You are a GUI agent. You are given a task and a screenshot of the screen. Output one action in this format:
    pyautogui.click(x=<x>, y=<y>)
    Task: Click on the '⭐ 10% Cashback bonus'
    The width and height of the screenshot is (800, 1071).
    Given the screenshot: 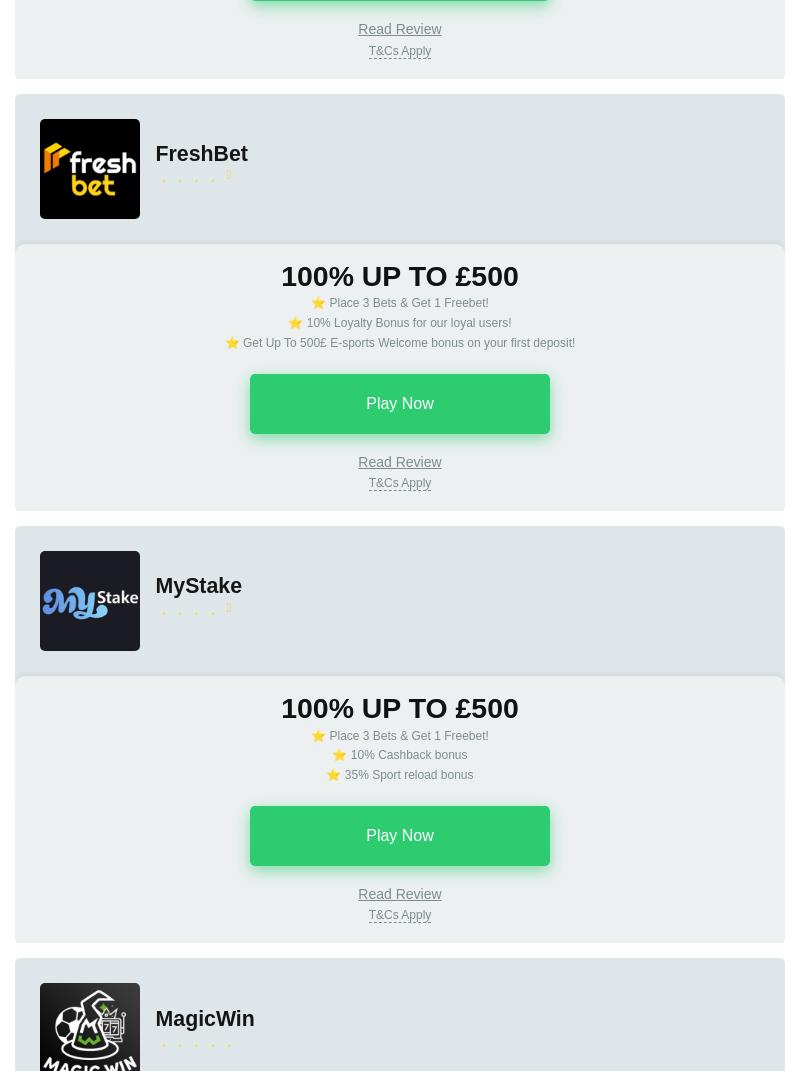 What is the action you would take?
    pyautogui.click(x=398, y=754)
    